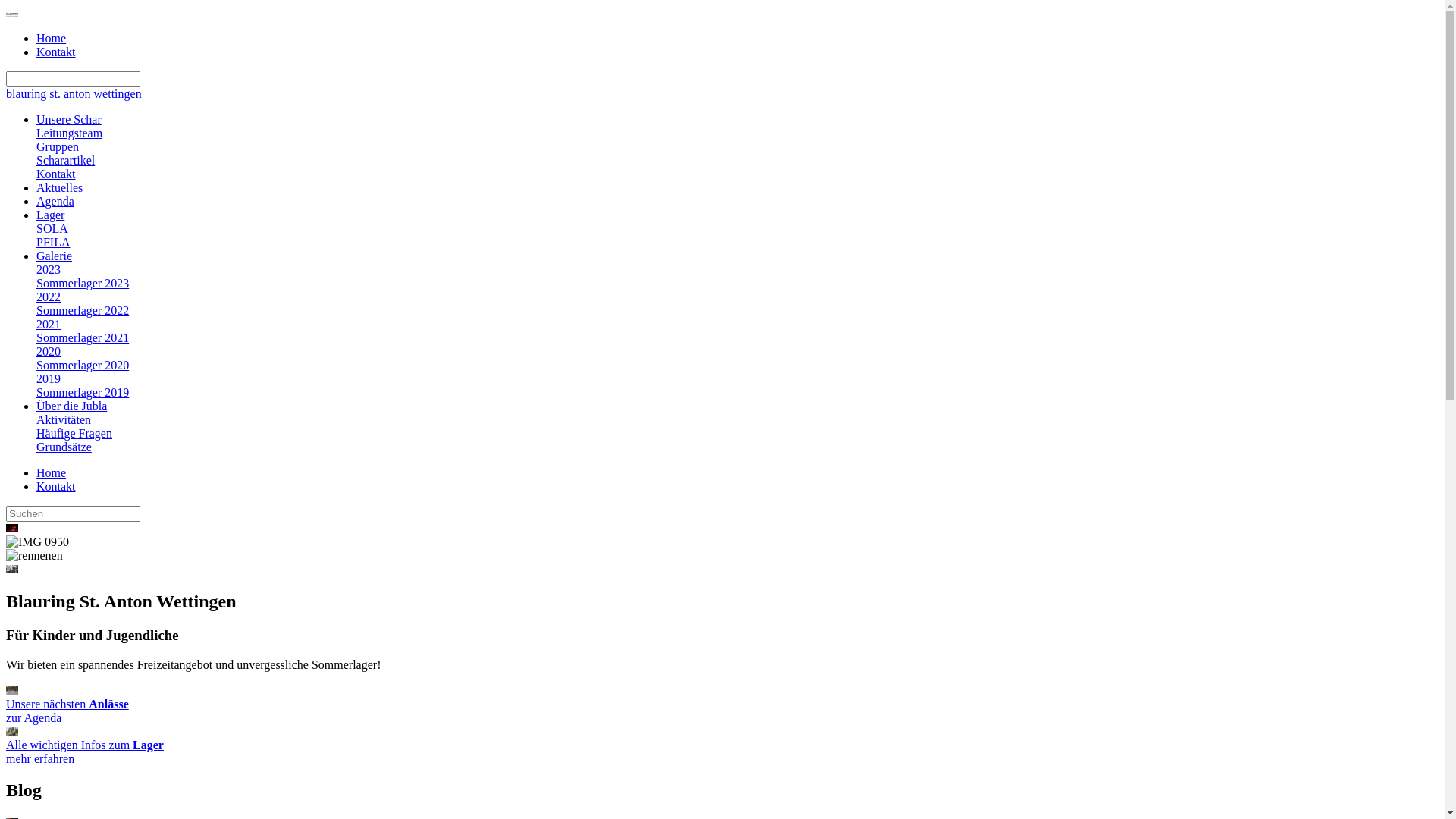 Image resolution: width=1456 pixels, height=819 pixels. What do you see at coordinates (64, 160) in the screenshot?
I see `'Scharartikel'` at bounding box center [64, 160].